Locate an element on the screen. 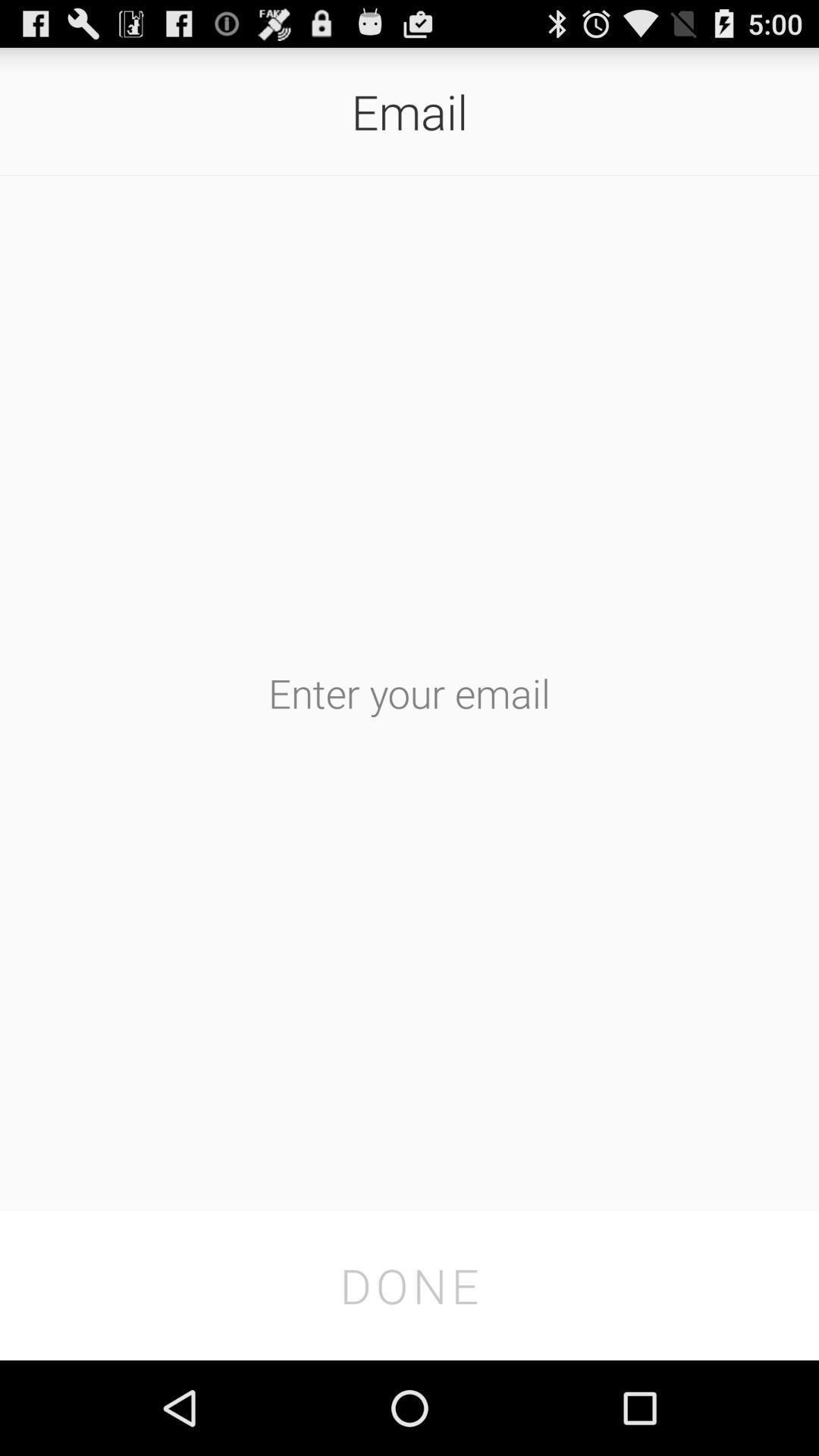  the item at the bottom is located at coordinates (409, 1285).